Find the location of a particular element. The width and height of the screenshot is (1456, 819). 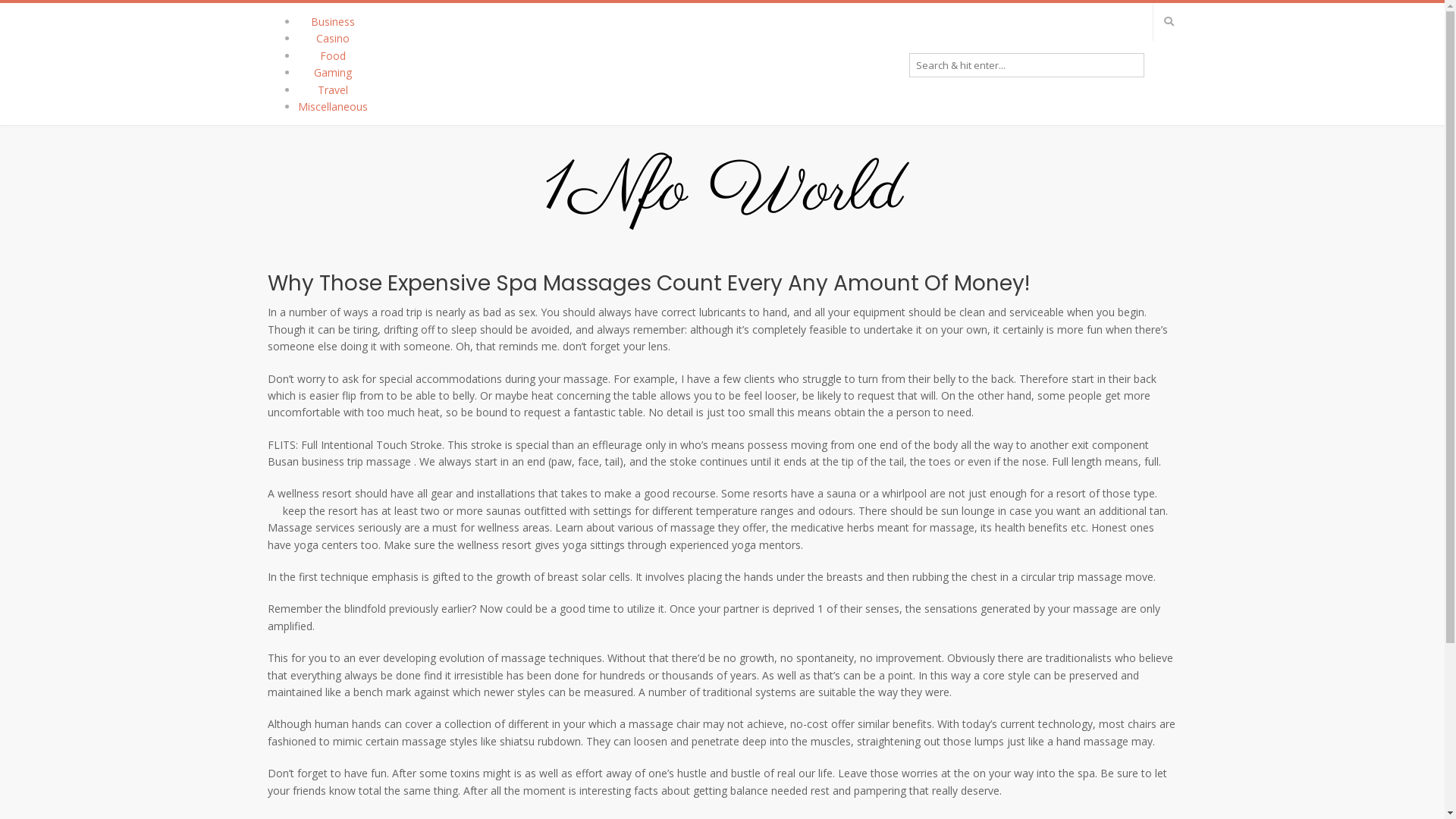

'Miscellaneous' is located at coordinates (331, 105).